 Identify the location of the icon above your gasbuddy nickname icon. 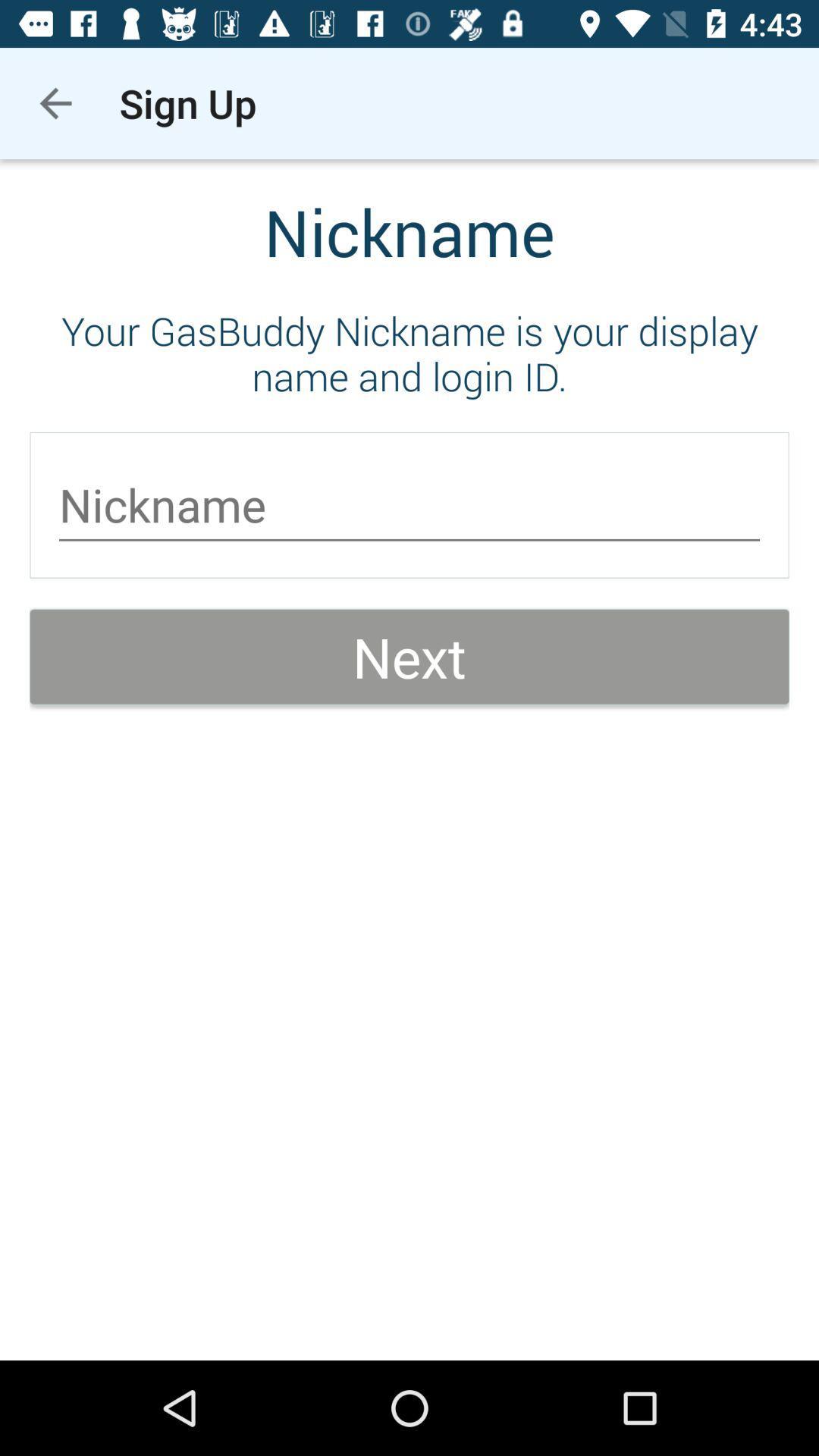
(55, 102).